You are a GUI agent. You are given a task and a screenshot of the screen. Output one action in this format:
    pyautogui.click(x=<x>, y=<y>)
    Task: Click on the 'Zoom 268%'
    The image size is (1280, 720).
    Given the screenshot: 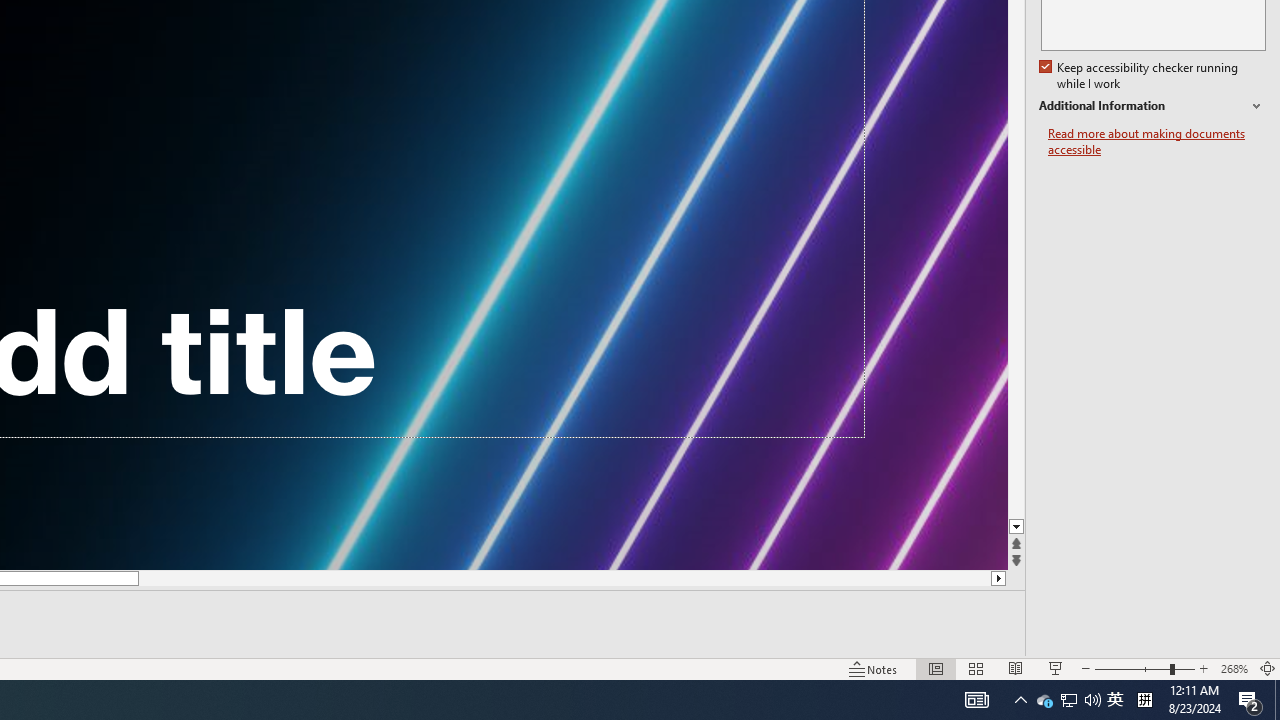 What is the action you would take?
    pyautogui.click(x=1233, y=669)
    